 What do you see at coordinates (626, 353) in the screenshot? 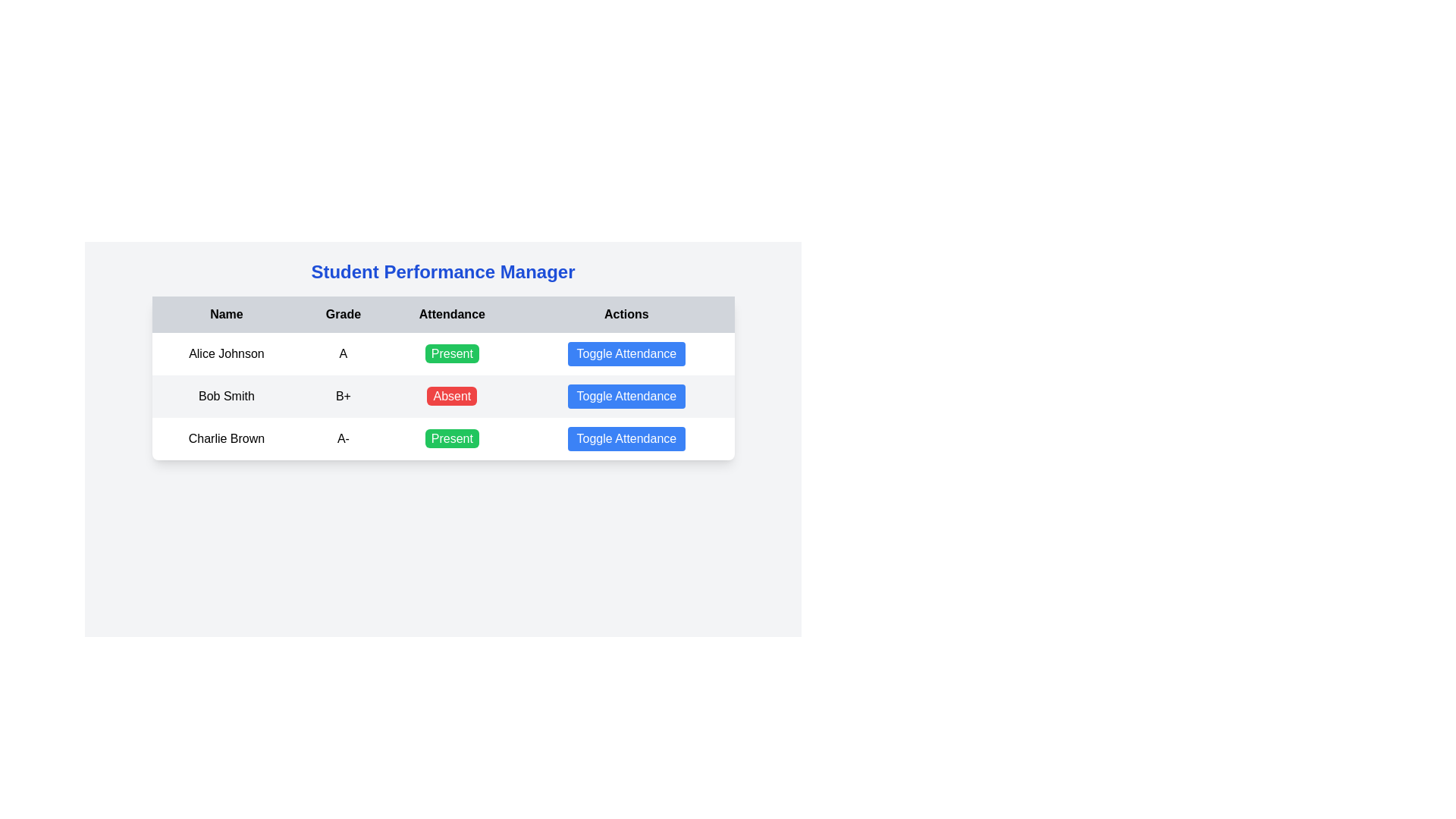
I see `the attendance toggle button for Alice Johnson located in the 'Actions' column of the data table` at bounding box center [626, 353].